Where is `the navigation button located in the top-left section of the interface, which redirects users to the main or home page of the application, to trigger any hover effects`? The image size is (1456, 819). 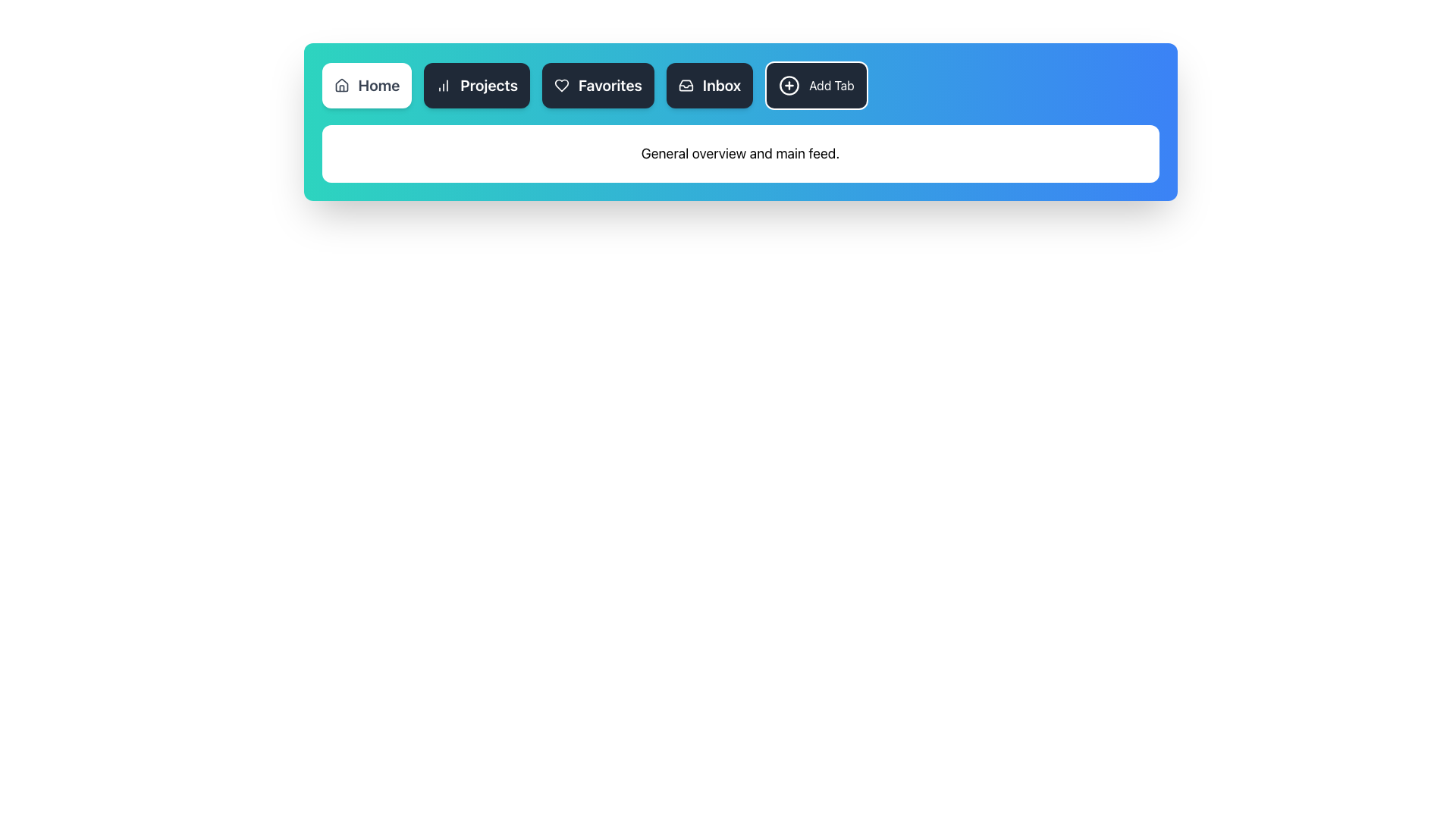 the navigation button located in the top-left section of the interface, which redirects users to the main or home page of the application, to trigger any hover effects is located at coordinates (366, 85).